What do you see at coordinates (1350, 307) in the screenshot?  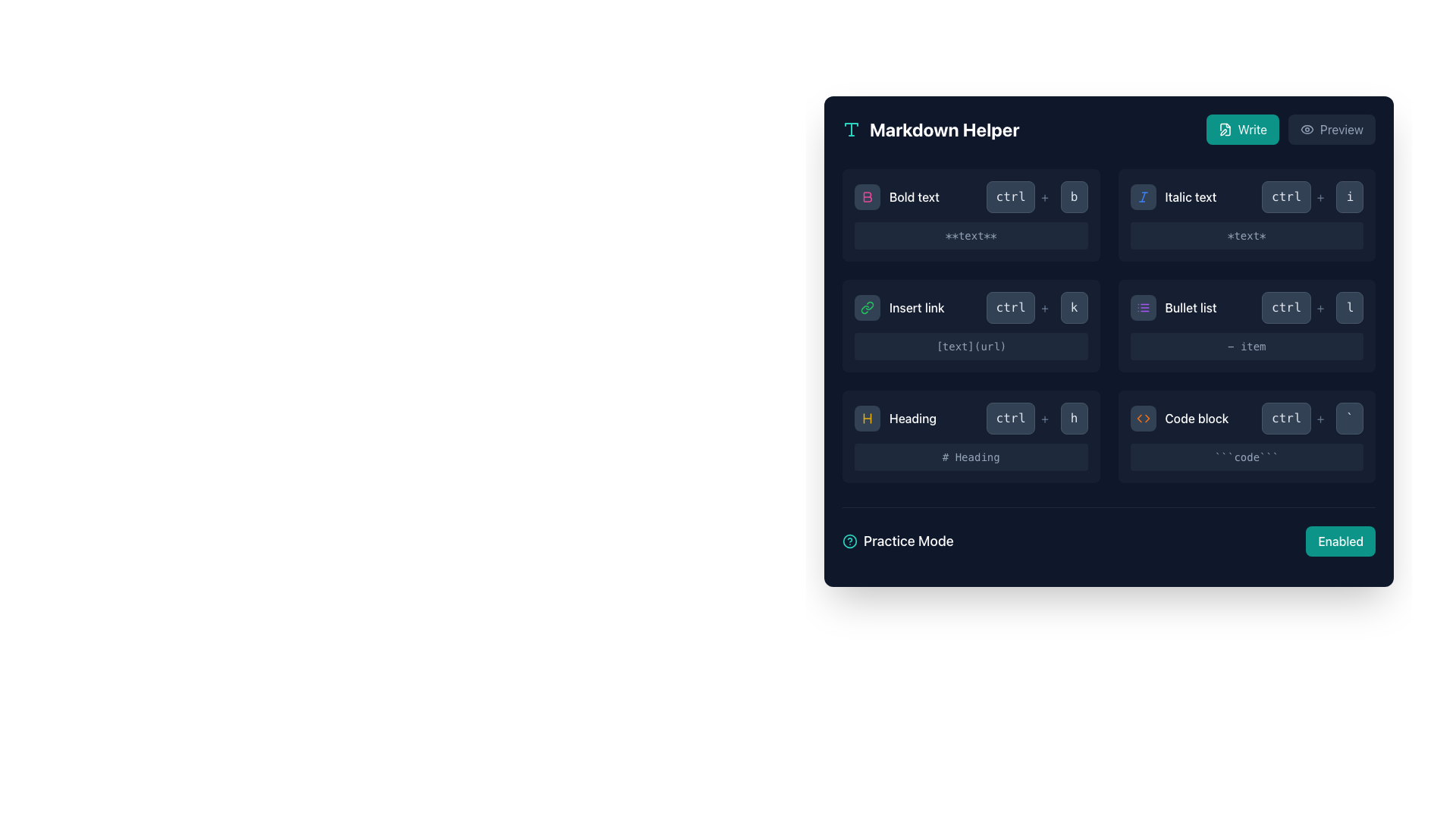 I see `the small rectangular button with a dark slate background and the character 'l', located in the bottom-right corner of the Markdown Helper panel` at bounding box center [1350, 307].